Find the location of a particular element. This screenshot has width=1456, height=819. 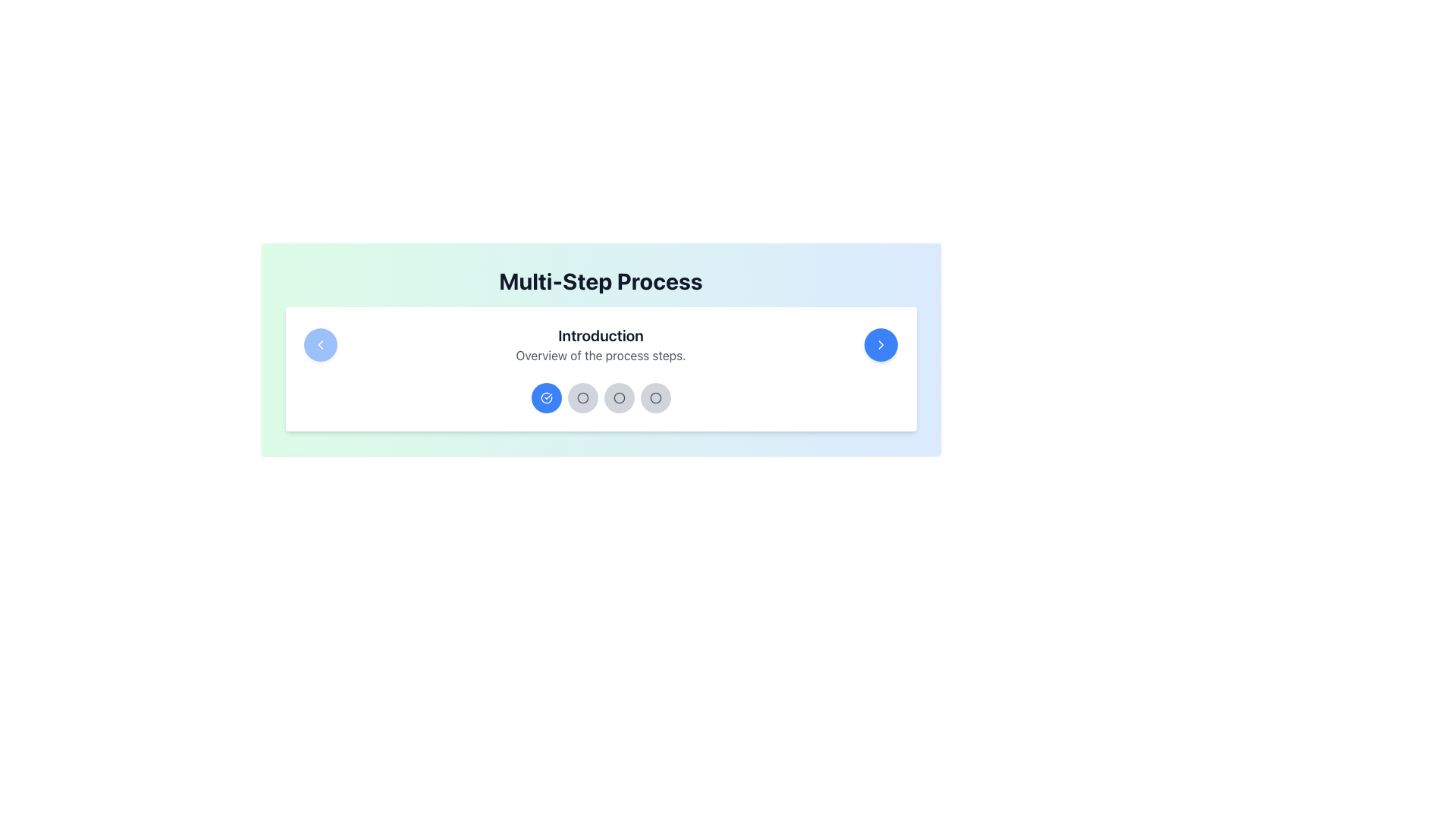

the fifth circular step indicator button in the multi-step process interface is located at coordinates (655, 397).